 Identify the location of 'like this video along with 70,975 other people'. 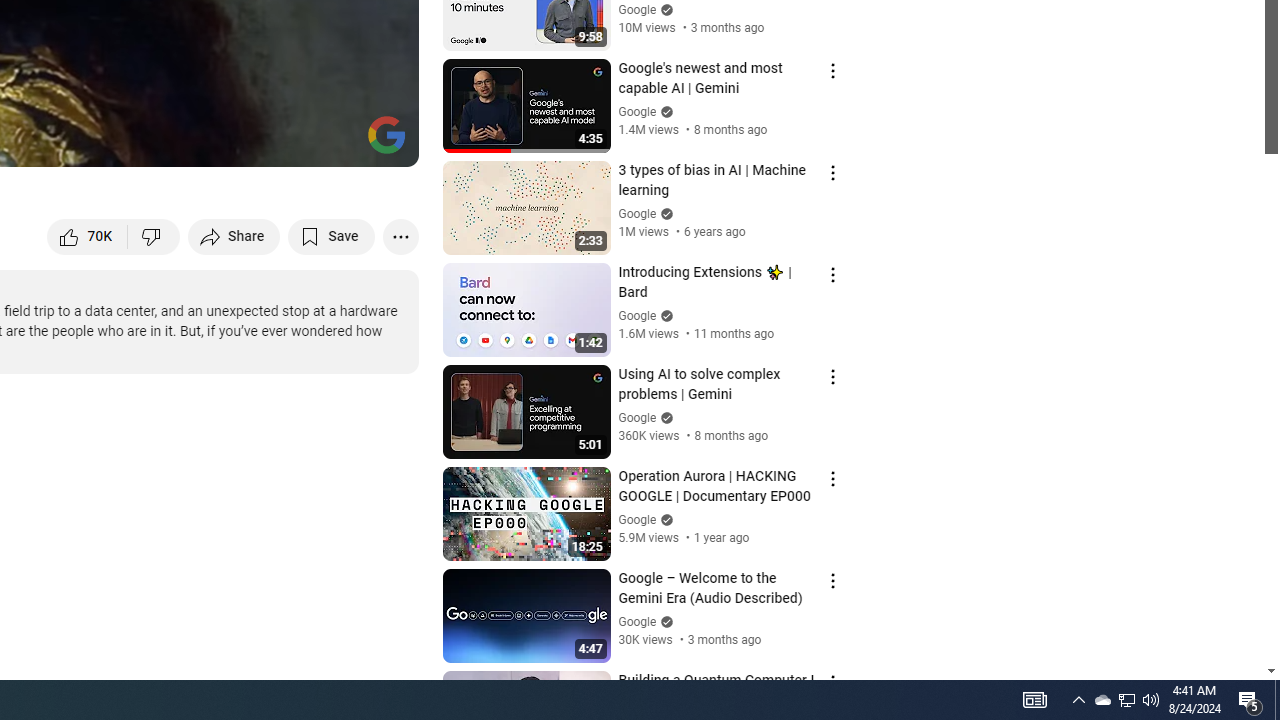
(87, 235).